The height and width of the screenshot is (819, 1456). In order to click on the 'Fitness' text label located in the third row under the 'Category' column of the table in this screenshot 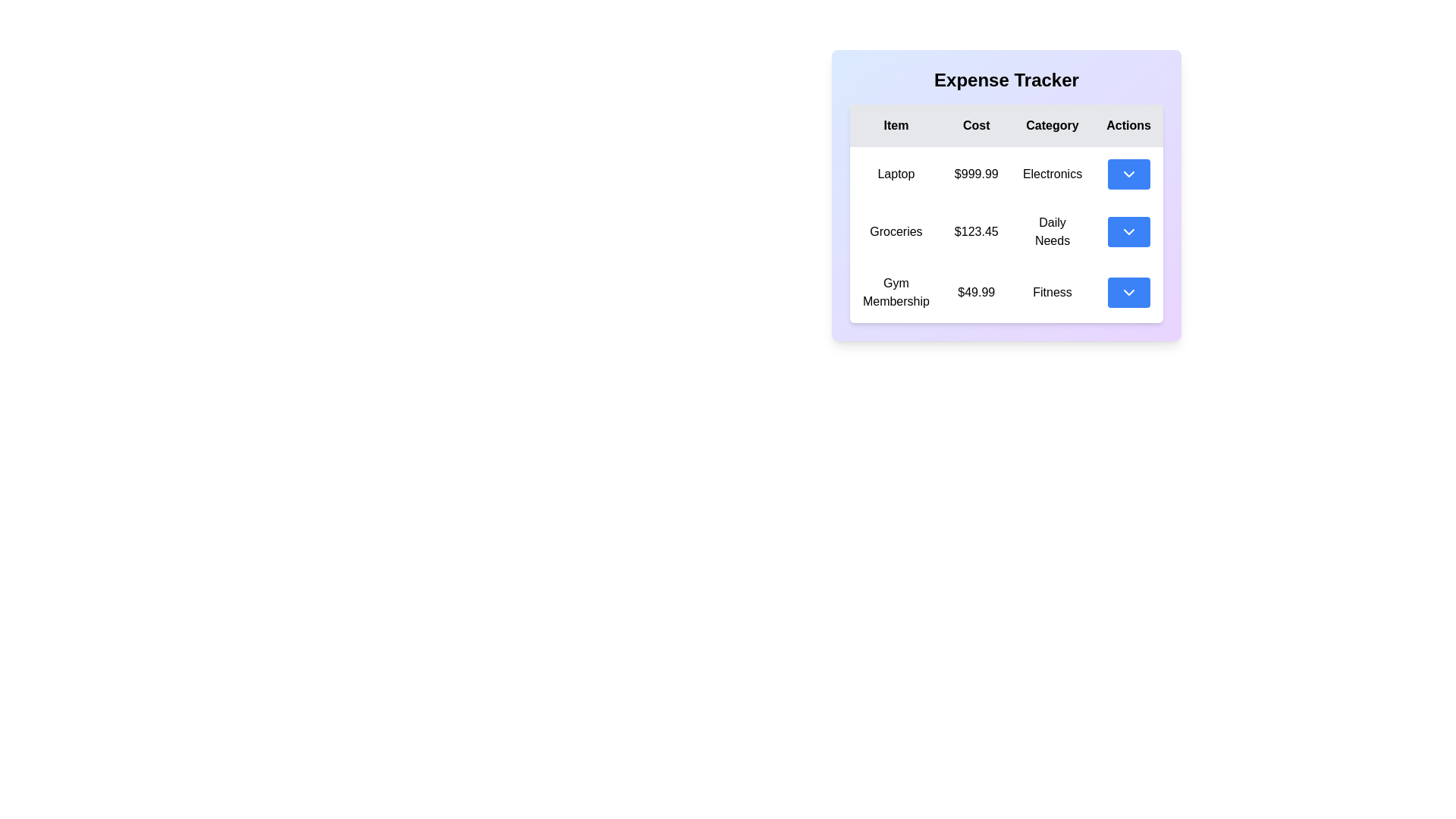, I will do `click(1051, 292)`.